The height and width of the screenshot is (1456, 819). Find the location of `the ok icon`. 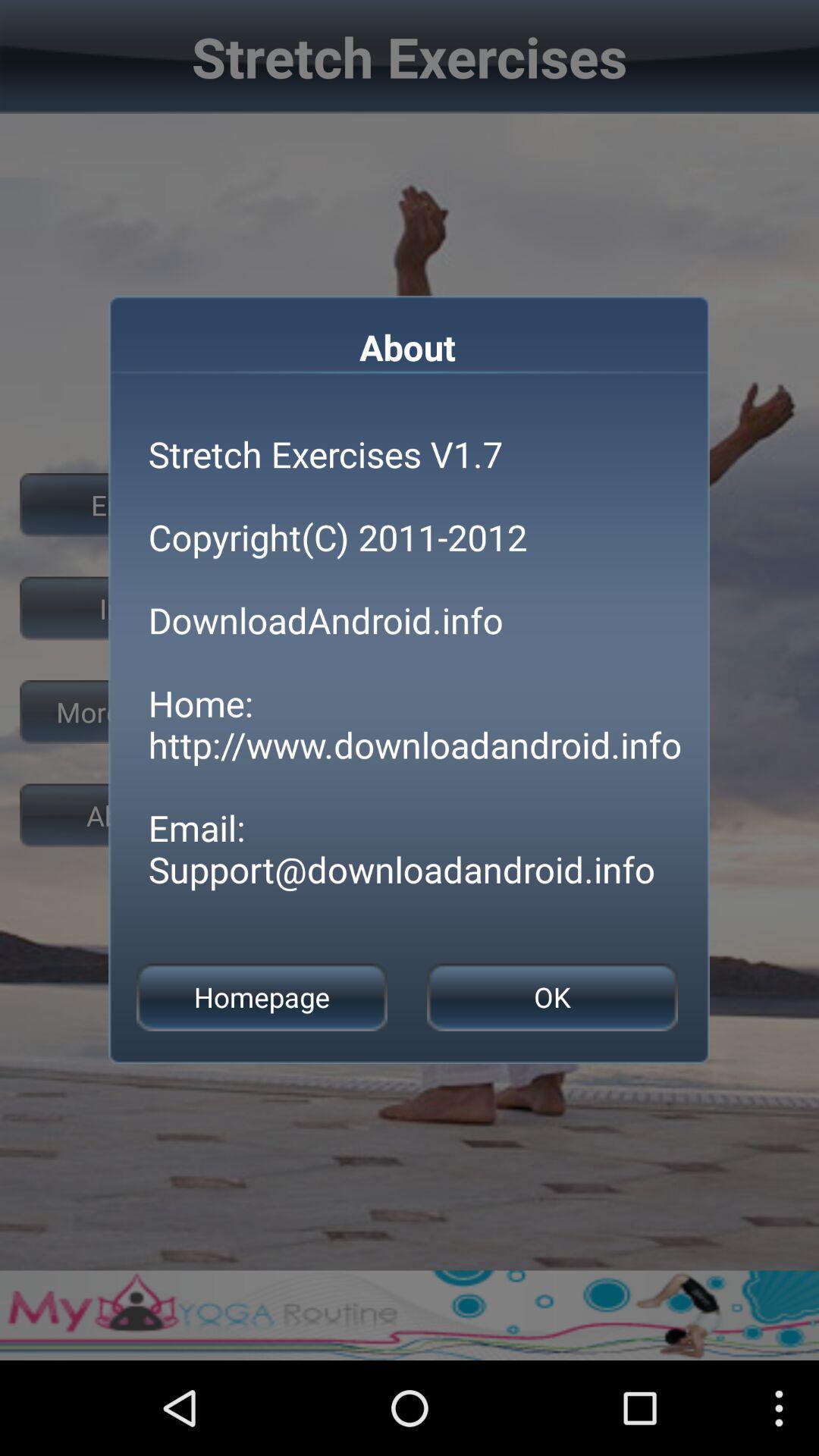

the ok icon is located at coordinates (552, 997).